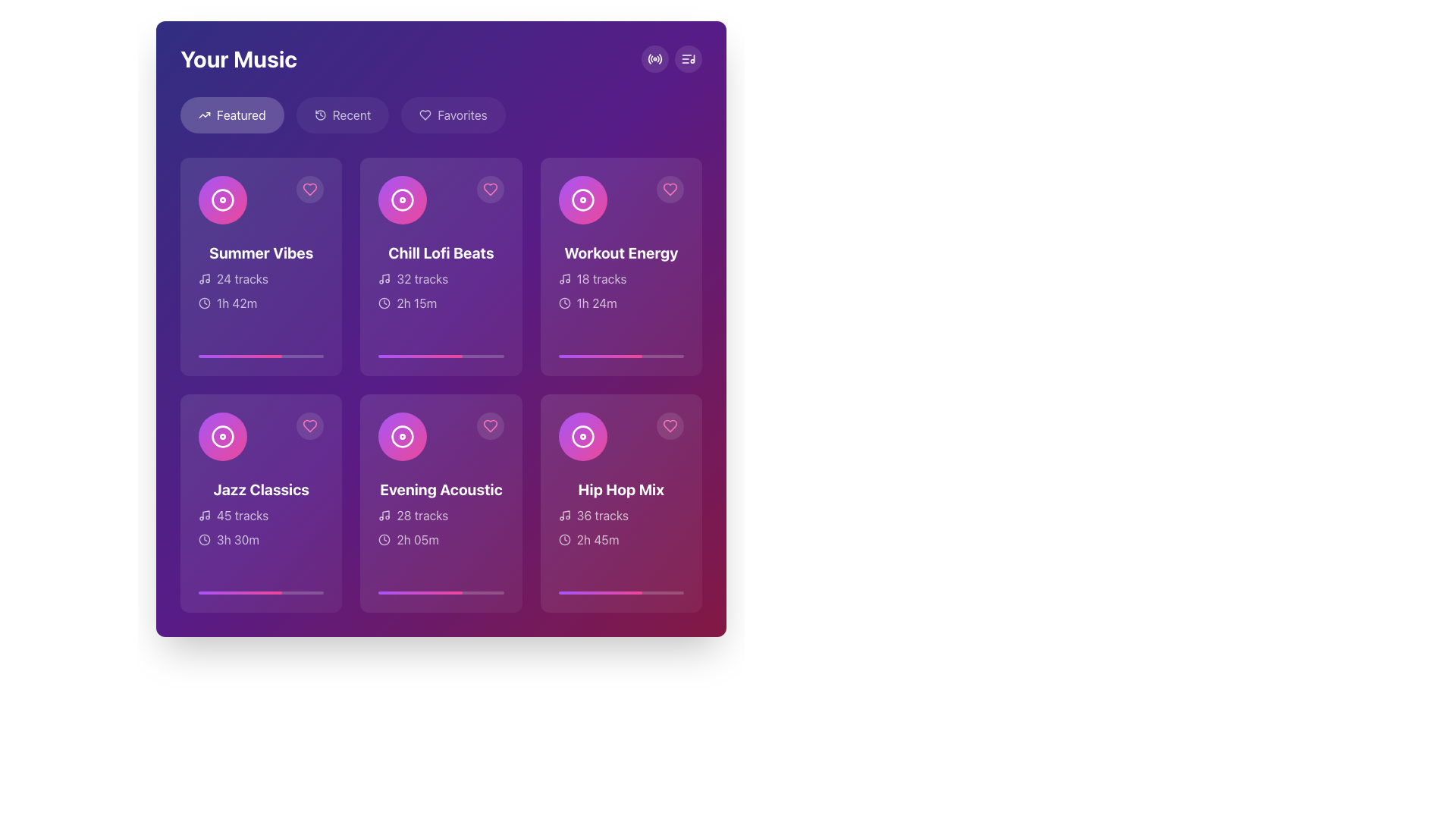  Describe the element at coordinates (309, 189) in the screenshot. I see `the heart-shaped icon button with a pink outline located at the top-right corner of the 'Summer Vibes' card` at that location.